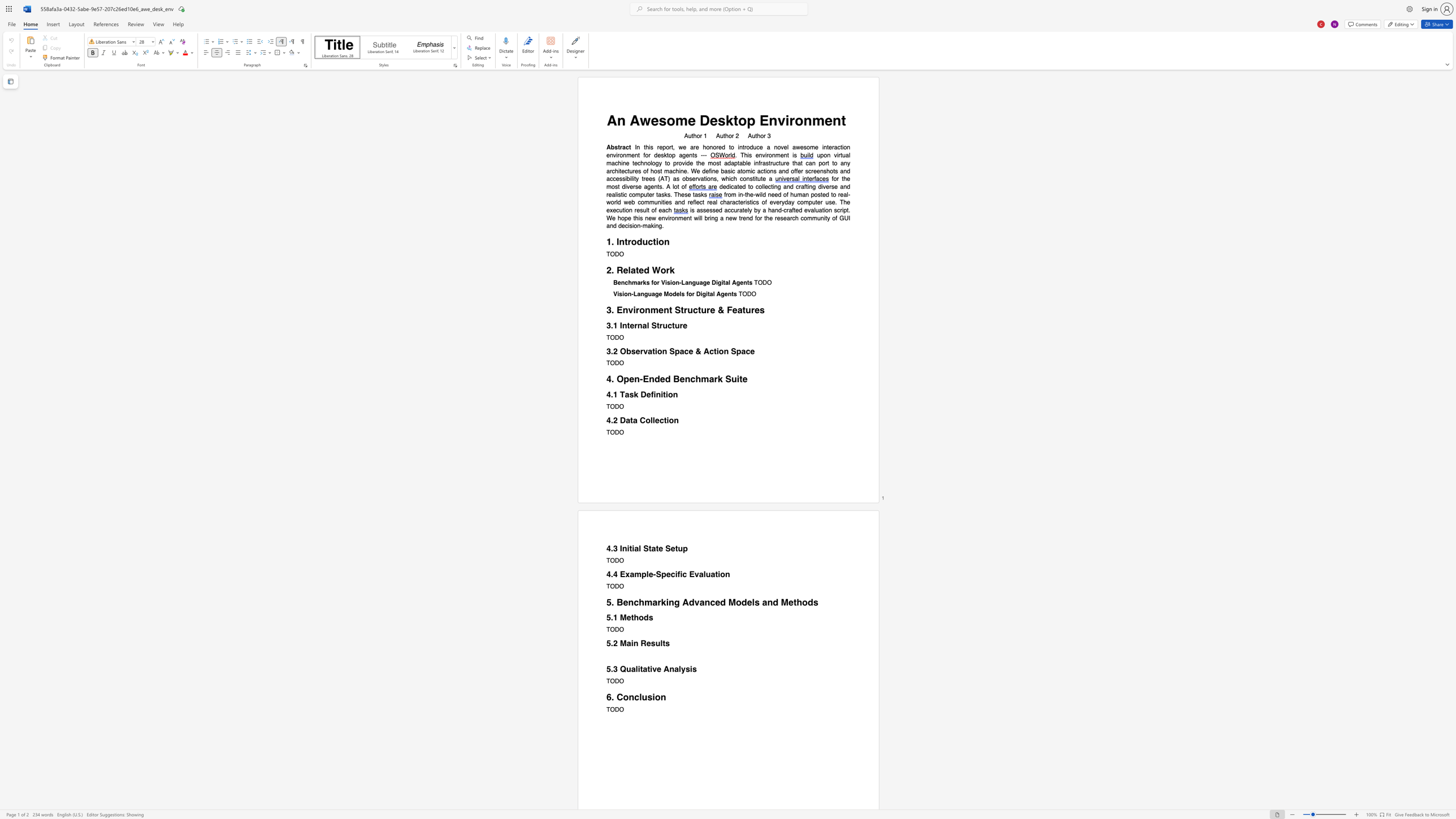 The height and width of the screenshot is (819, 1456). Describe the element at coordinates (843, 186) in the screenshot. I see `the subset text "nd realistic computer tasks. These t" within the text "dedicated to collecting and crafting diverse and realistic computer tasks. These tasks"` at that location.